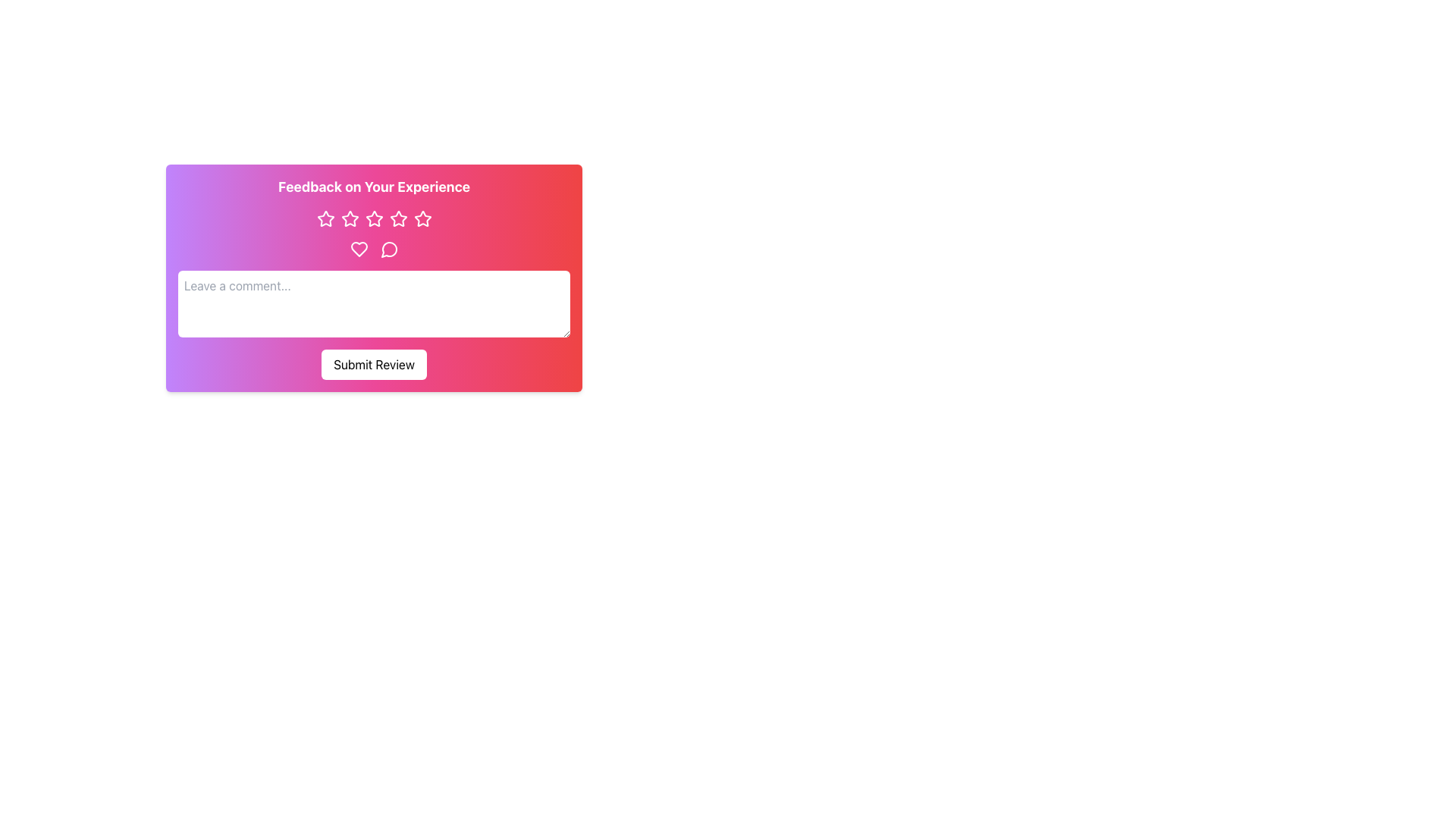 The image size is (1456, 819). I want to click on the heart icon located in the center of the feedback panel to express a 'like' or appreciation for the feedback experience, so click(358, 248).